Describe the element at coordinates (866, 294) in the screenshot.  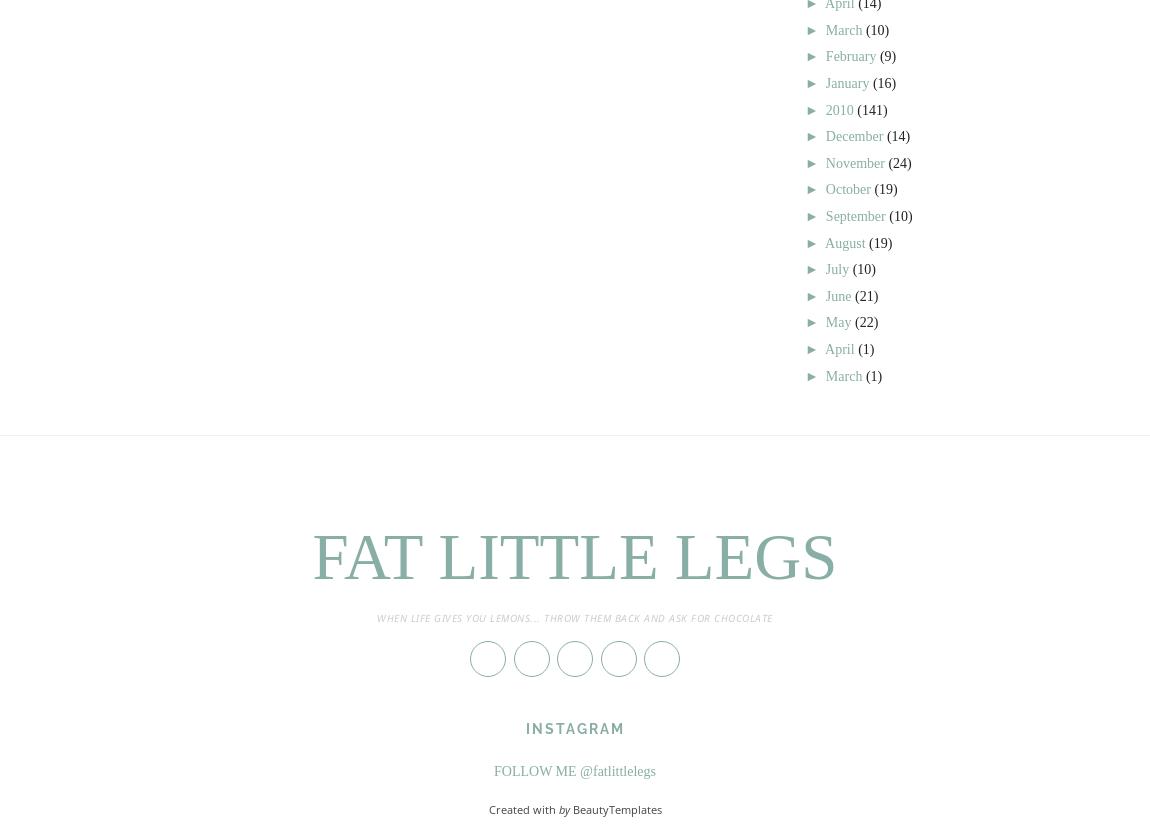
I see `'(21)'` at that location.